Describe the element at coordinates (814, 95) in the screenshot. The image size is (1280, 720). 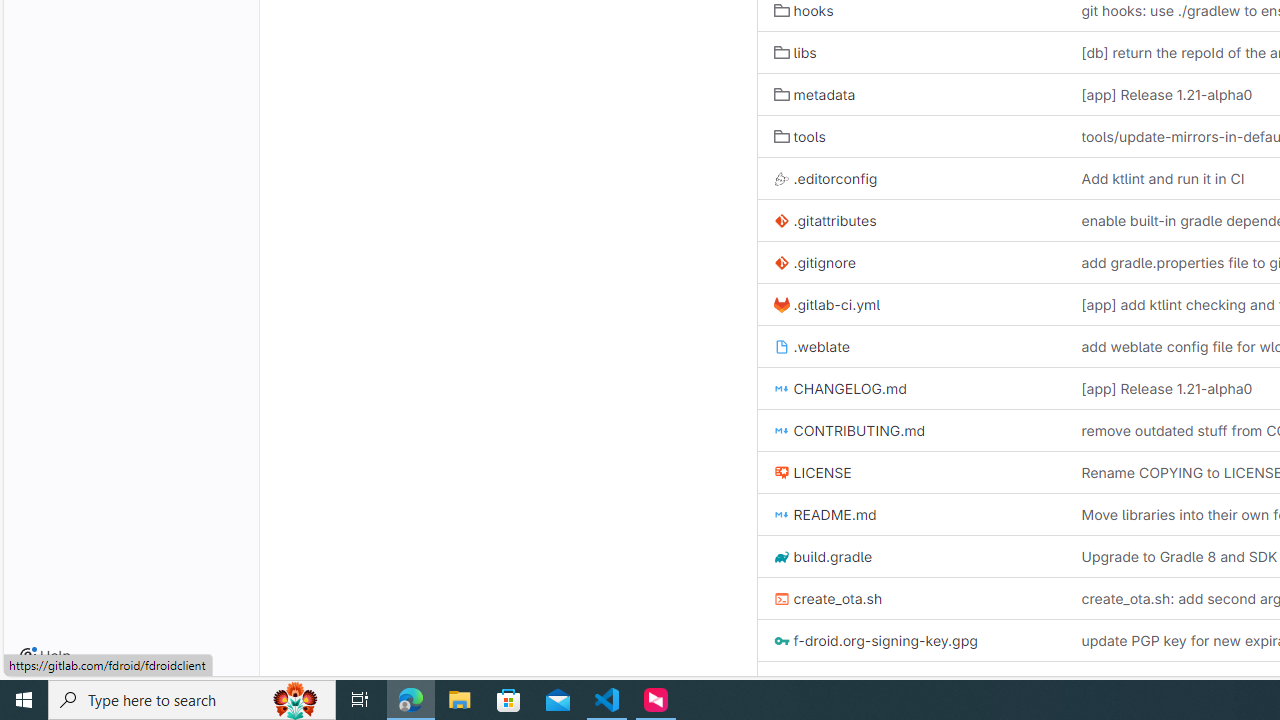
I see `'metadata'` at that location.